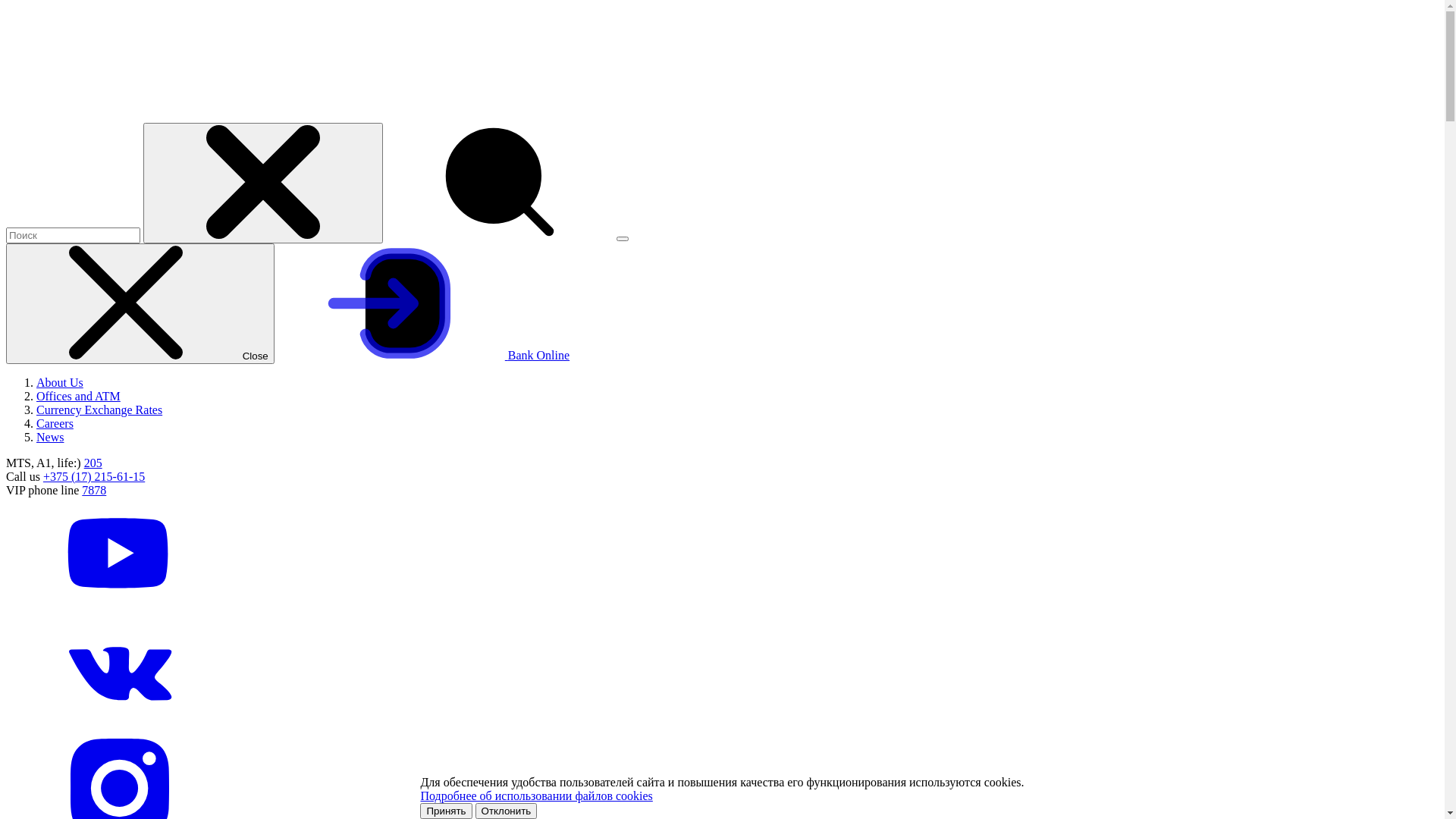 This screenshot has width=1456, height=819. What do you see at coordinates (423, 355) in the screenshot?
I see `'Bank Online'` at bounding box center [423, 355].